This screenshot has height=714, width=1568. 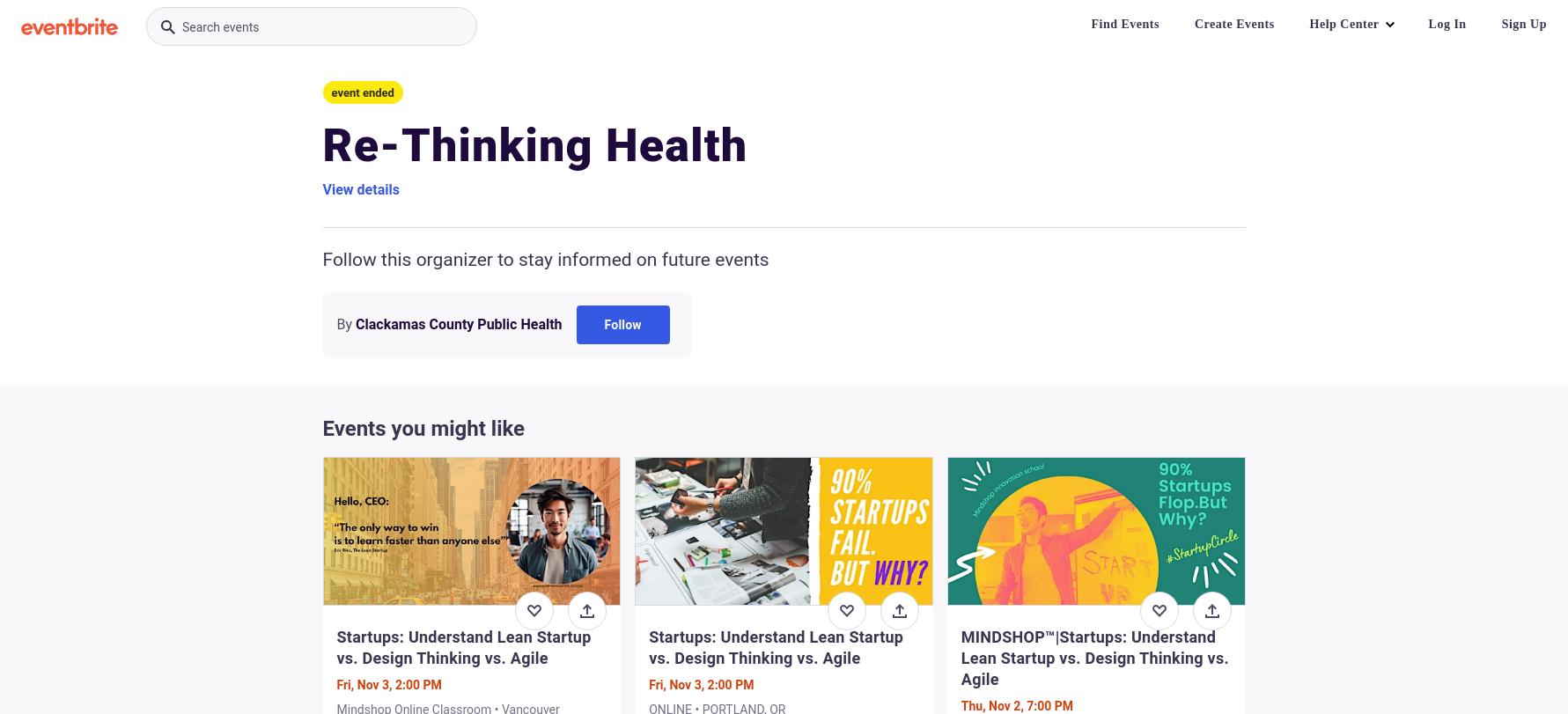 What do you see at coordinates (622, 324) in the screenshot?
I see `'Follow'` at bounding box center [622, 324].